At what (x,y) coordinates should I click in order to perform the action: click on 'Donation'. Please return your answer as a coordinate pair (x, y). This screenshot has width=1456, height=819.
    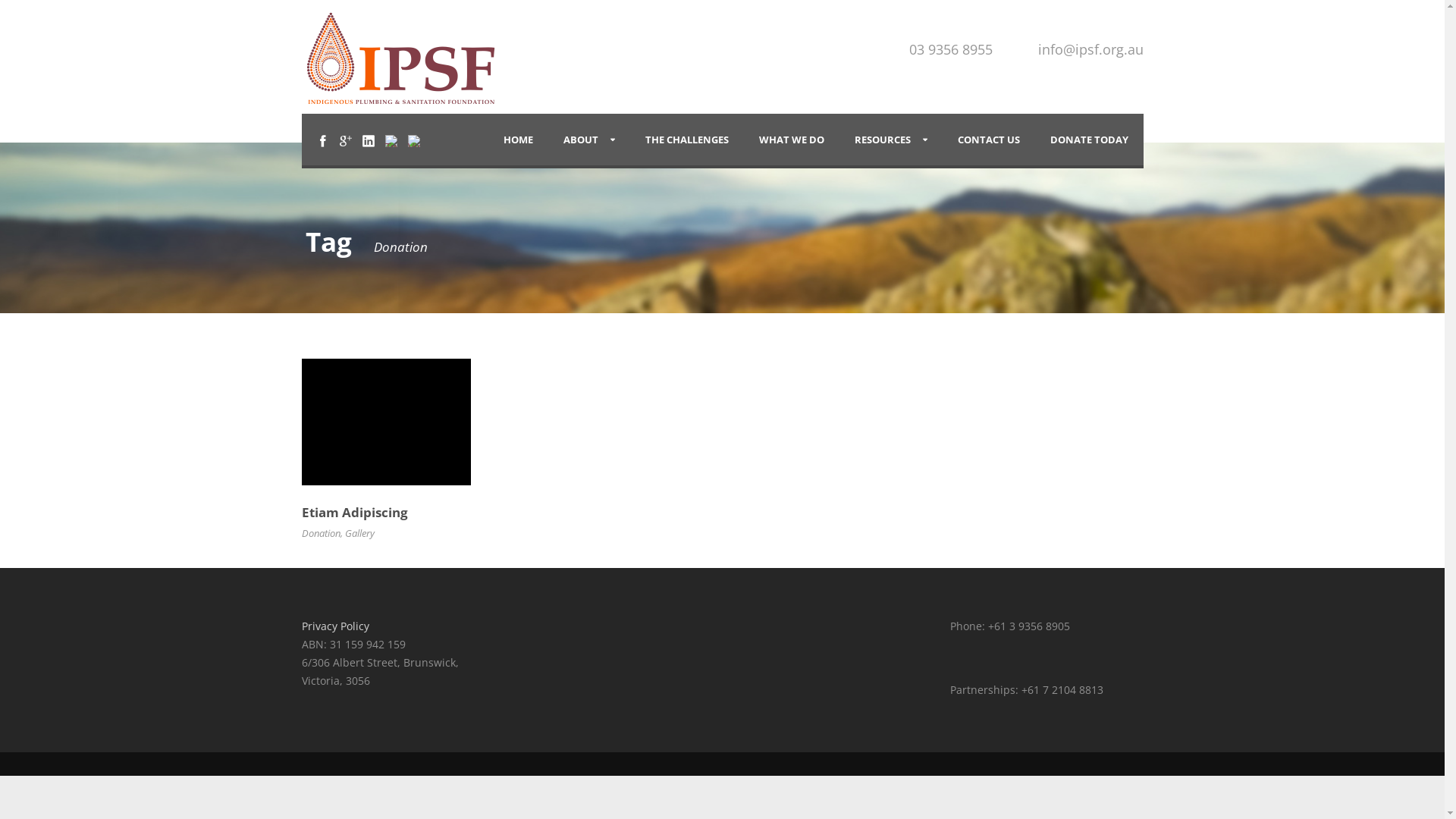
    Looking at the image, I should click on (320, 532).